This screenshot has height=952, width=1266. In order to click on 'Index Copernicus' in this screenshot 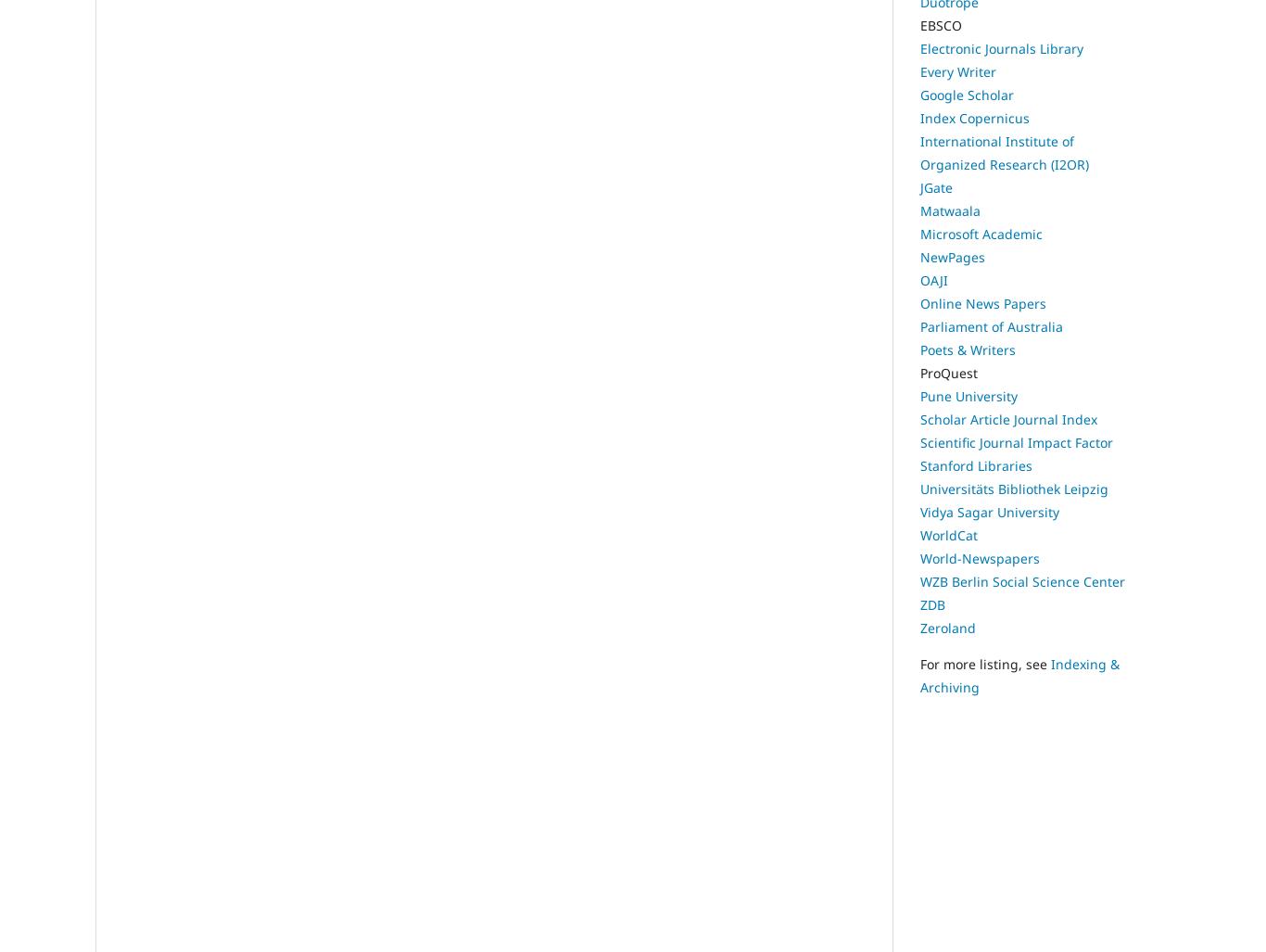, I will do `click(919, 118)`.